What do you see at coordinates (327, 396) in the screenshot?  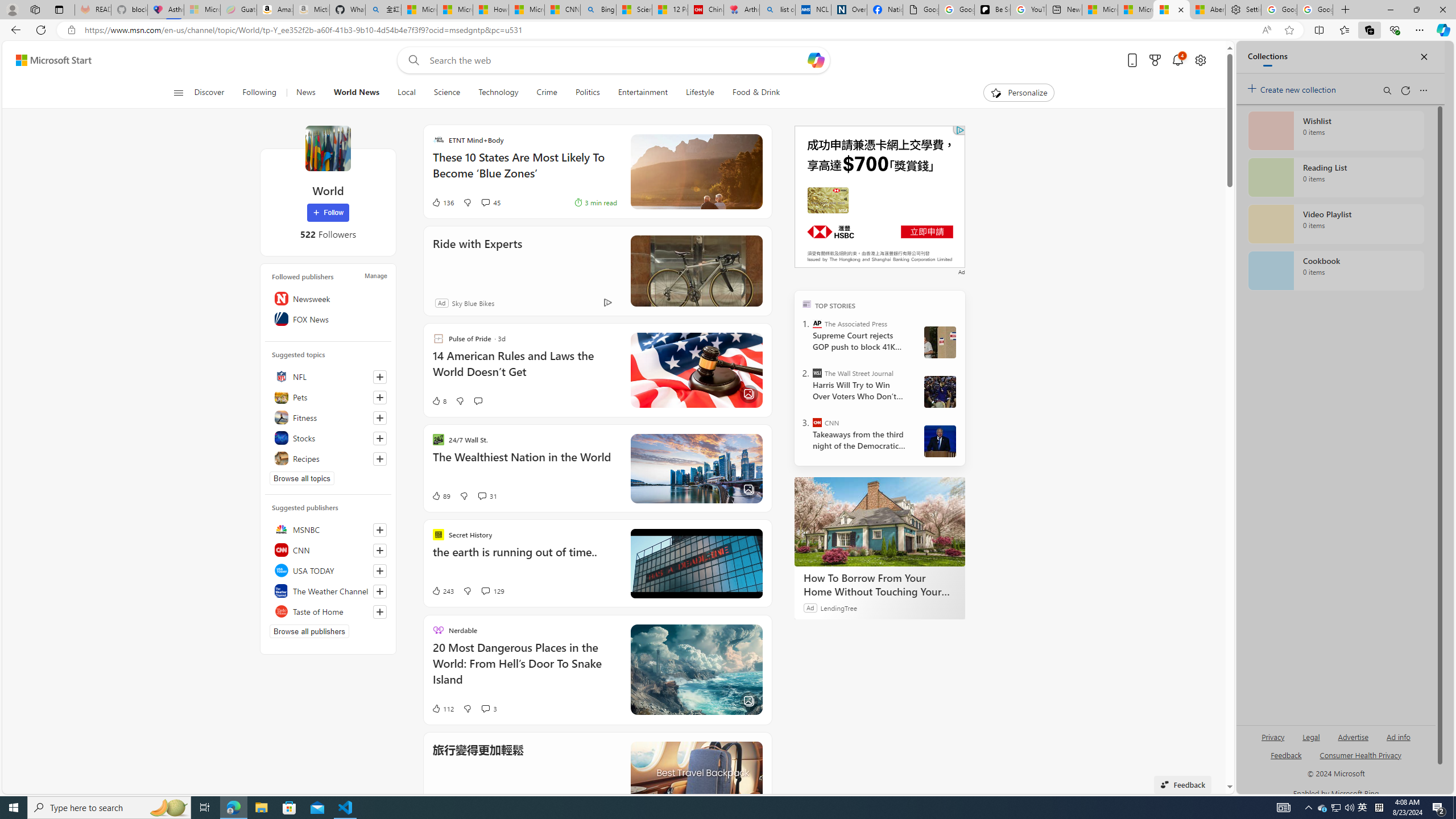 I see `'Pets'` at bounding box center [327, 396].